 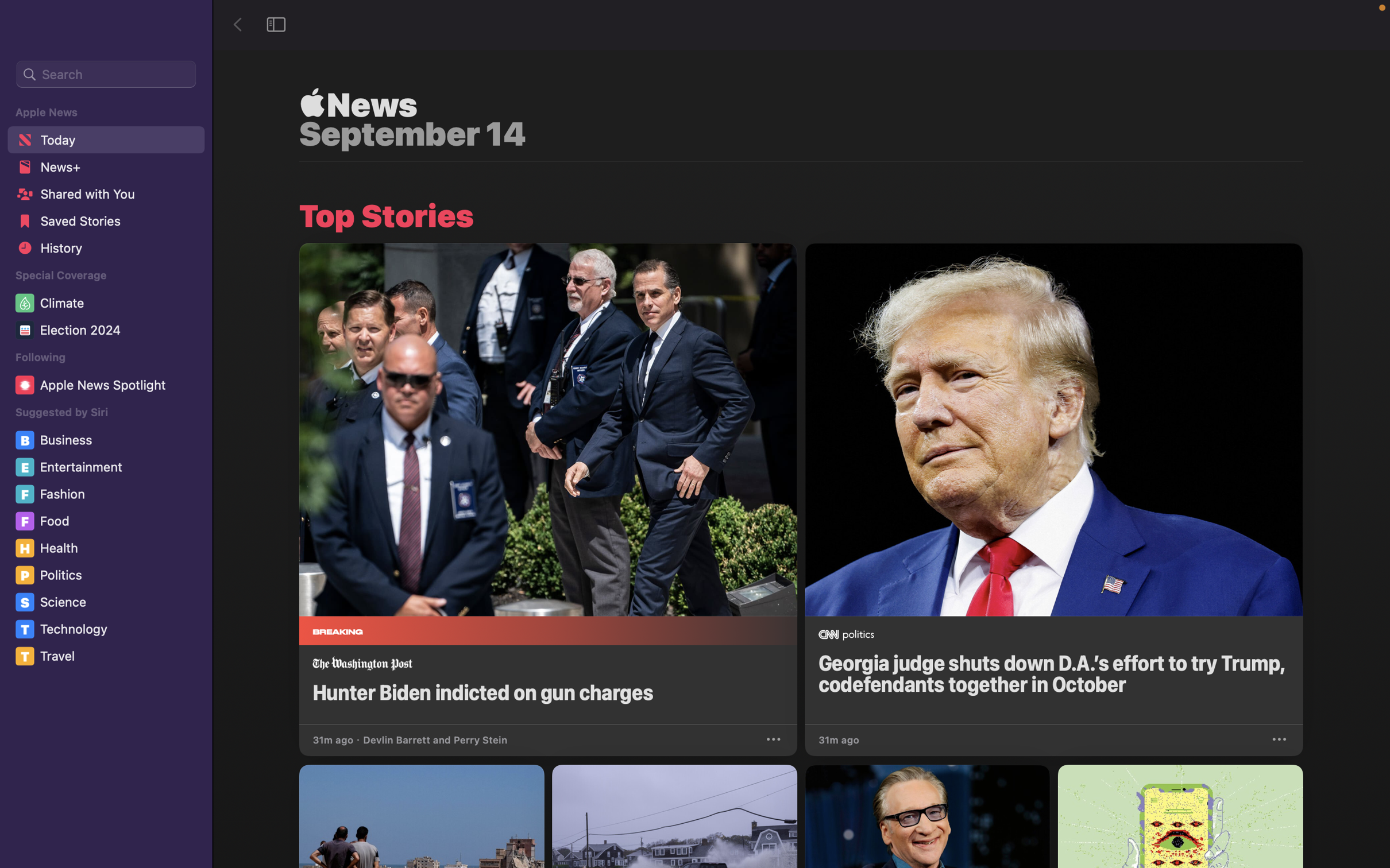 What do you see at coordinates (109, 547) in the screenshot?
I see `the "Health" option` at bounding box center [109, 547].